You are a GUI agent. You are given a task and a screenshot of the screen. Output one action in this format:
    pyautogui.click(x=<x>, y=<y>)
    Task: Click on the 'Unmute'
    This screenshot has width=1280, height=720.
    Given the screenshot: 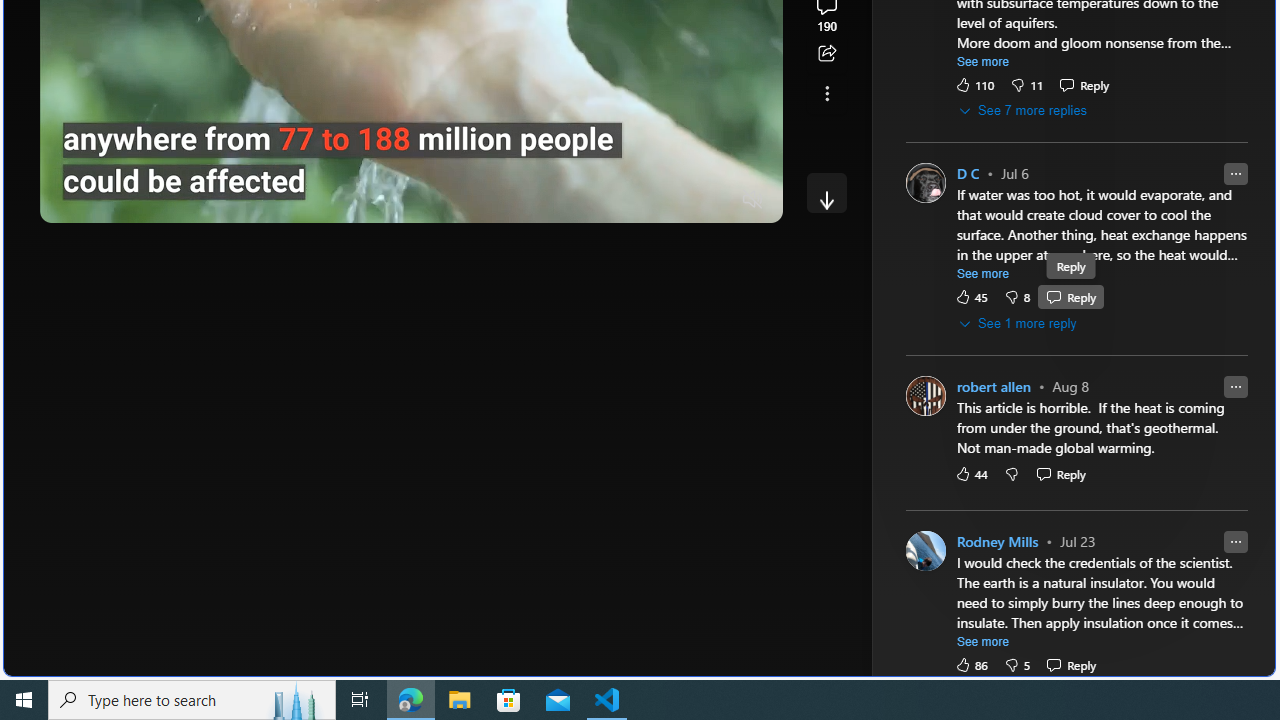 What is the action you would take?
    pyautogui.click(x=752, y=200)
    